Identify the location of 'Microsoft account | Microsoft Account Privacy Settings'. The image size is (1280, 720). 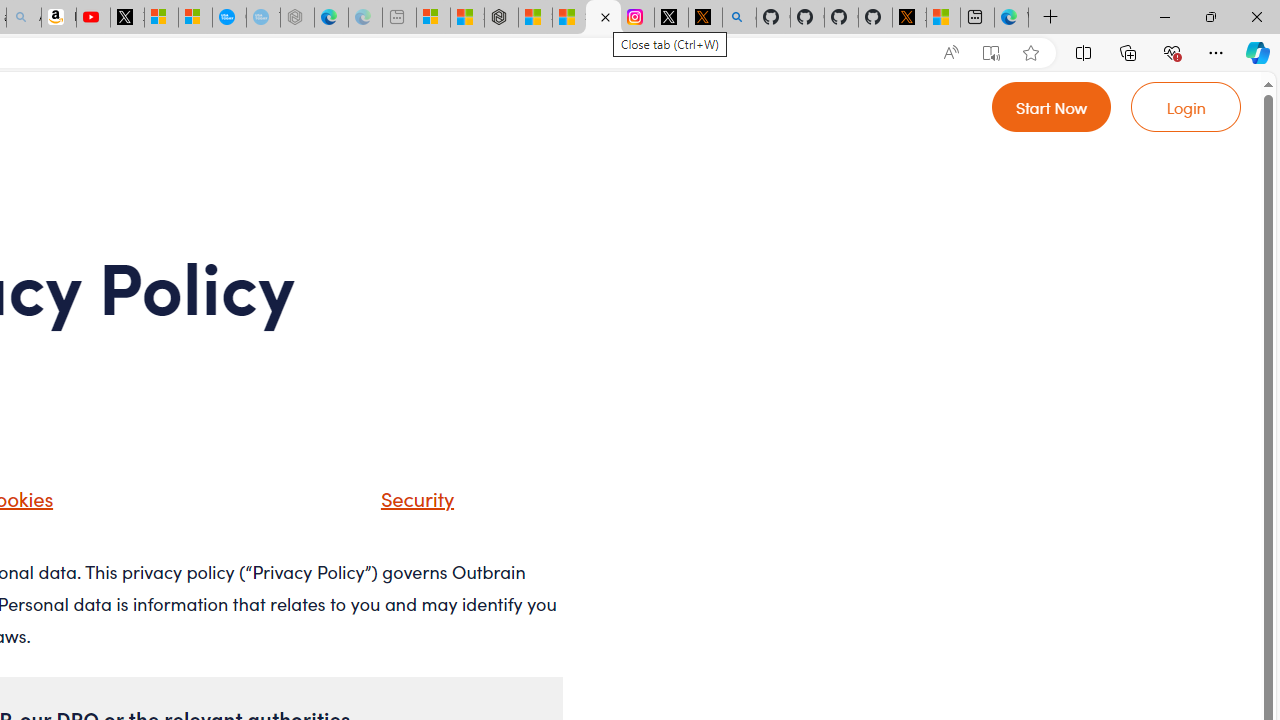
(432, 17).